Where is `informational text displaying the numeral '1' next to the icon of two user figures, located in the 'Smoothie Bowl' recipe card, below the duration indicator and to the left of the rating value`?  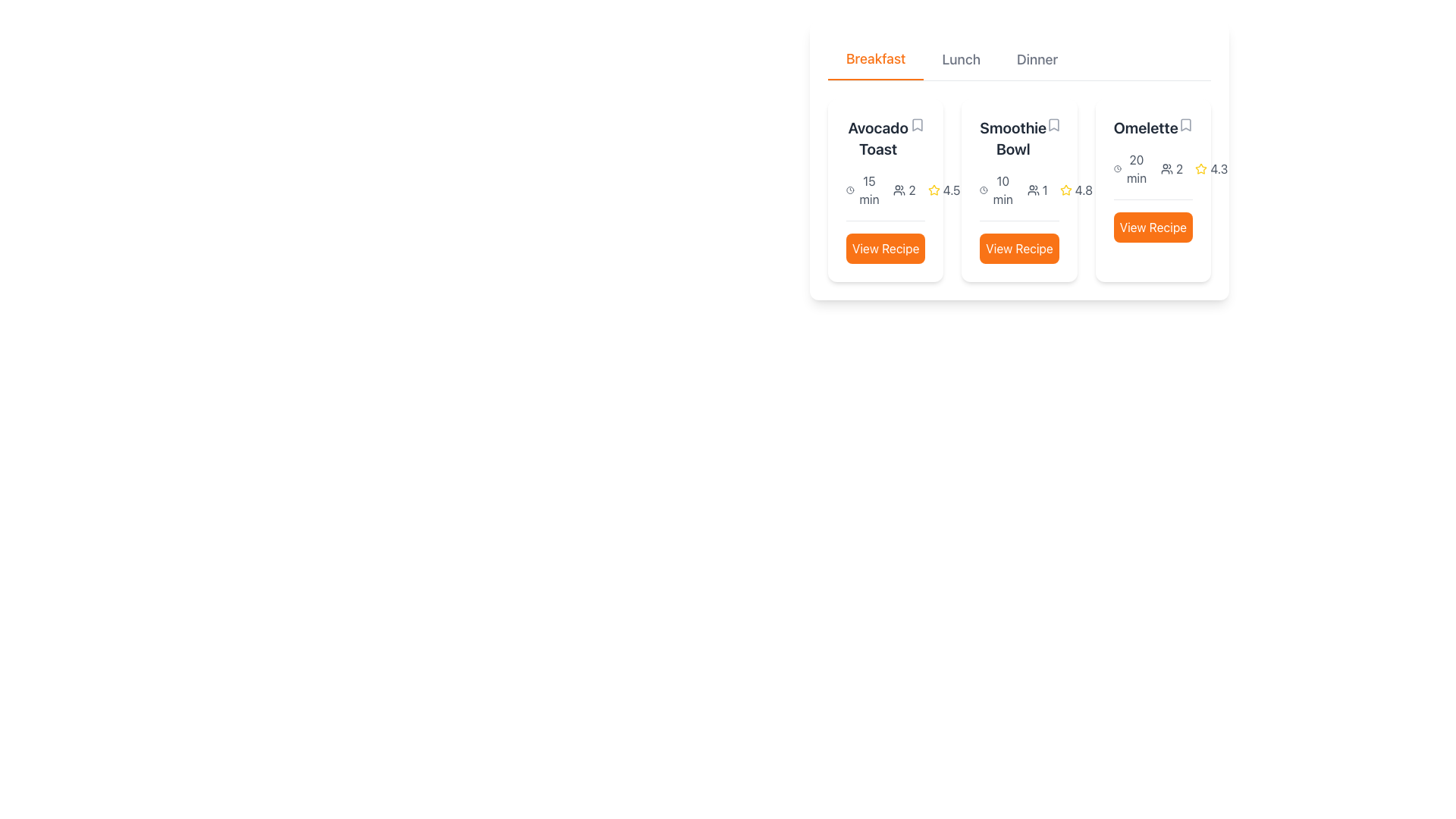
informational text displaying the numeral '1' next to the icon of two user figures, located in the 'Smoothie Bowl' recipe card, below the duration indicator and to the left of the rating value is located at coordinates (1037, 189).